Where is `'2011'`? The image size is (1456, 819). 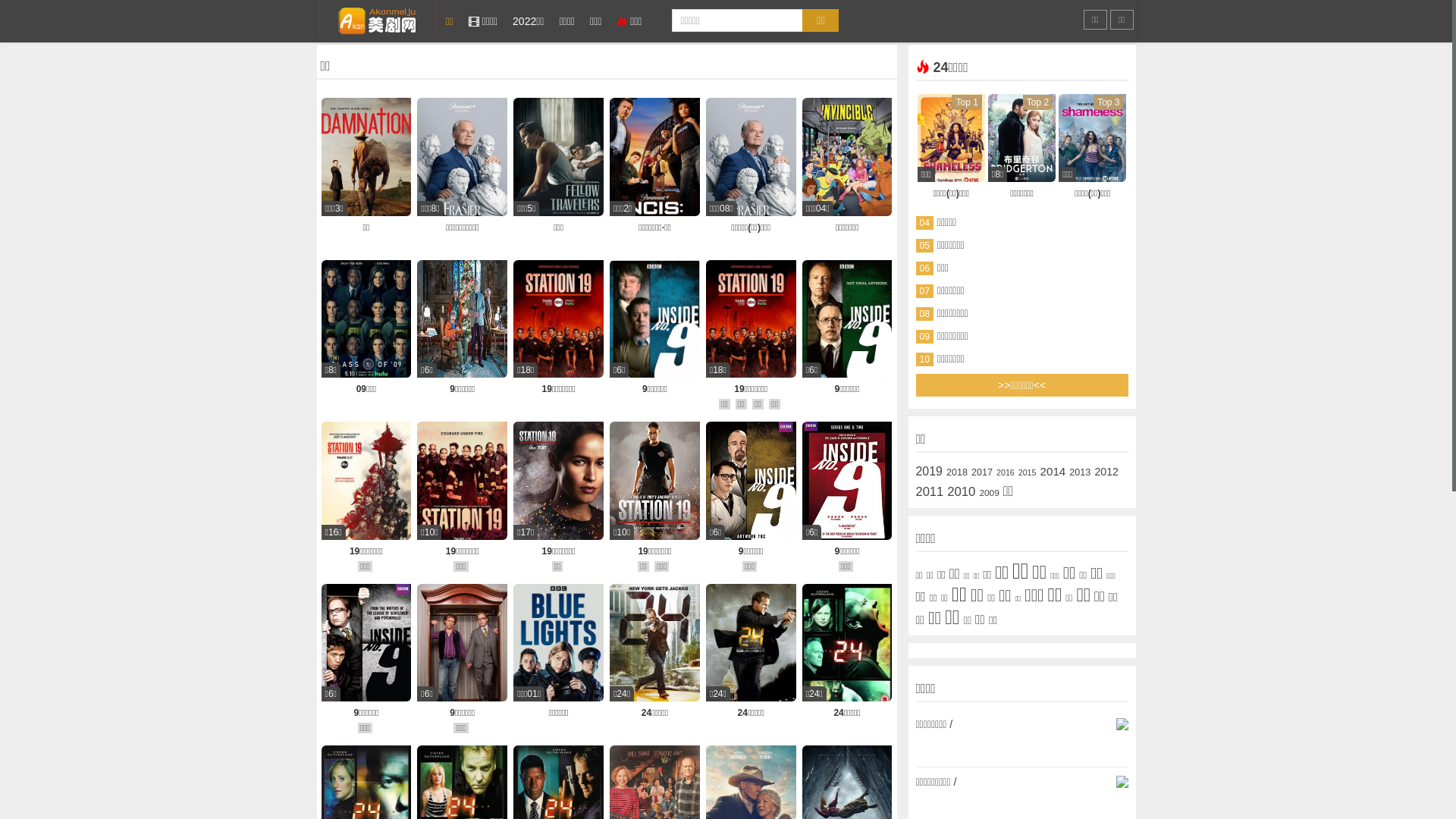
'2011' is located at coordinates (929, 491).